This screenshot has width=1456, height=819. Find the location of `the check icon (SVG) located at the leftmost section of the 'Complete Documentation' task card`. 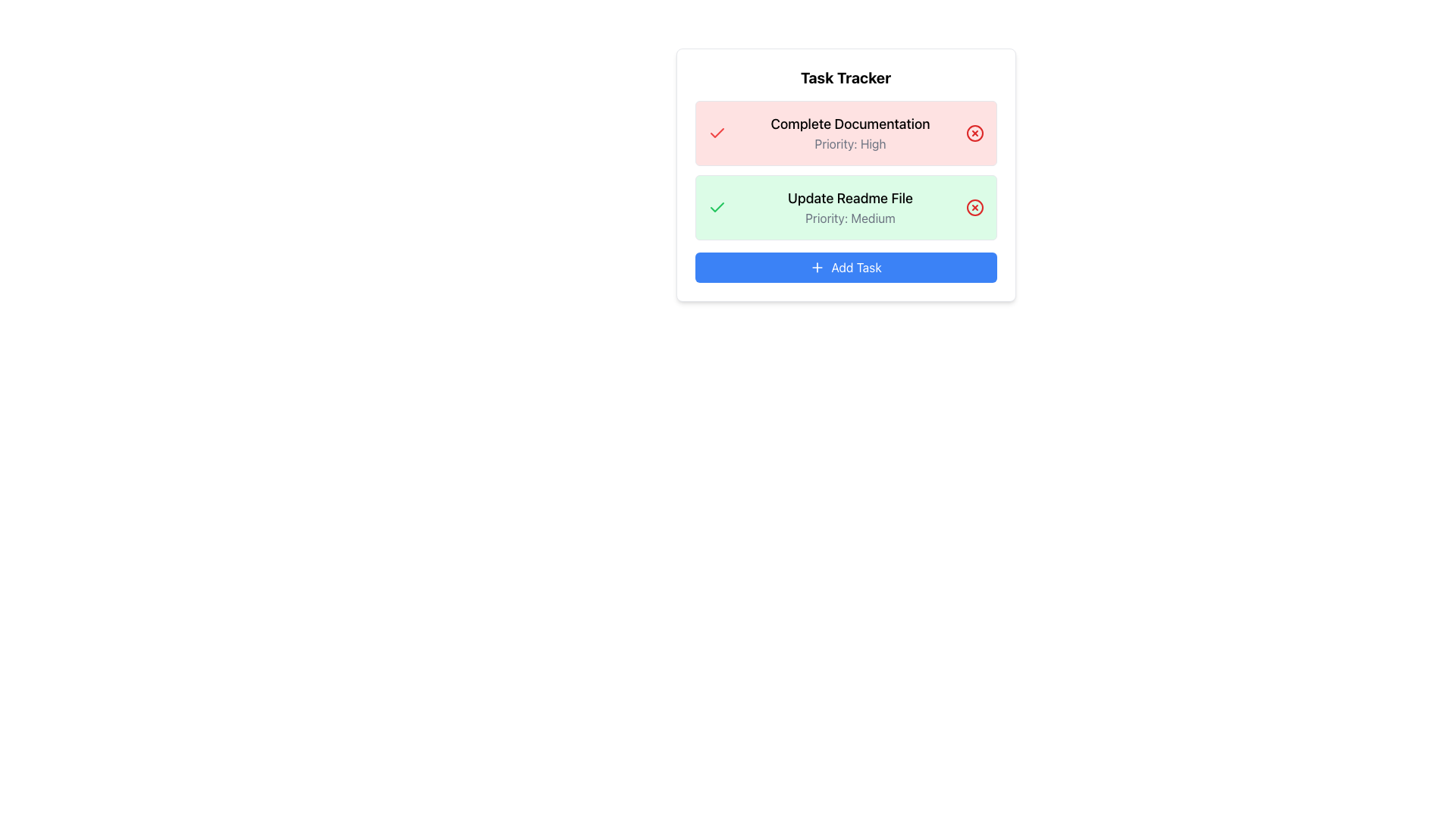

the check icon (SVG) located at the leftmost section of the 'Complete Documentation' task card is located at coordinates (716, 133).